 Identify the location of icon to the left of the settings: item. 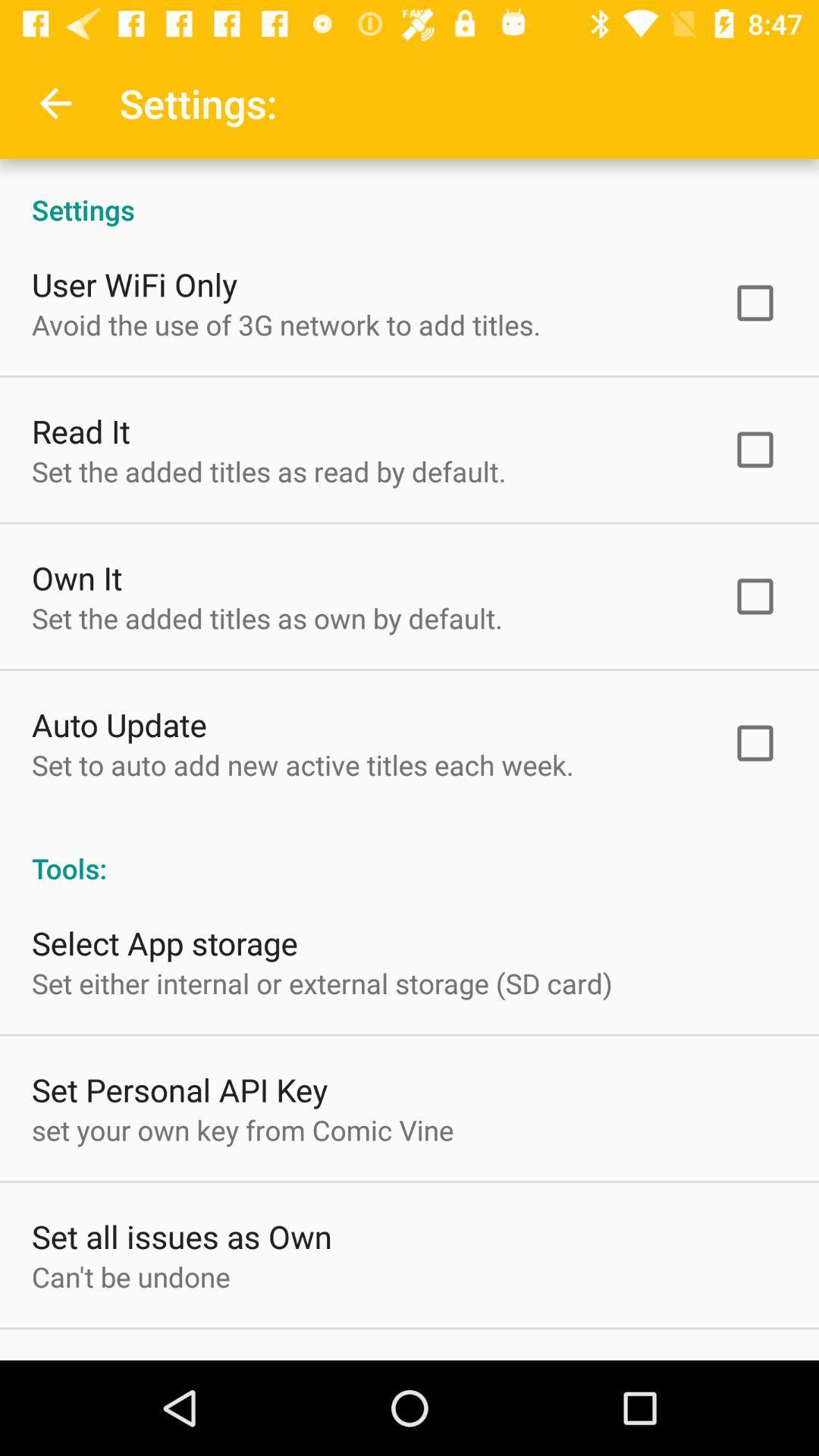
(55, 102).